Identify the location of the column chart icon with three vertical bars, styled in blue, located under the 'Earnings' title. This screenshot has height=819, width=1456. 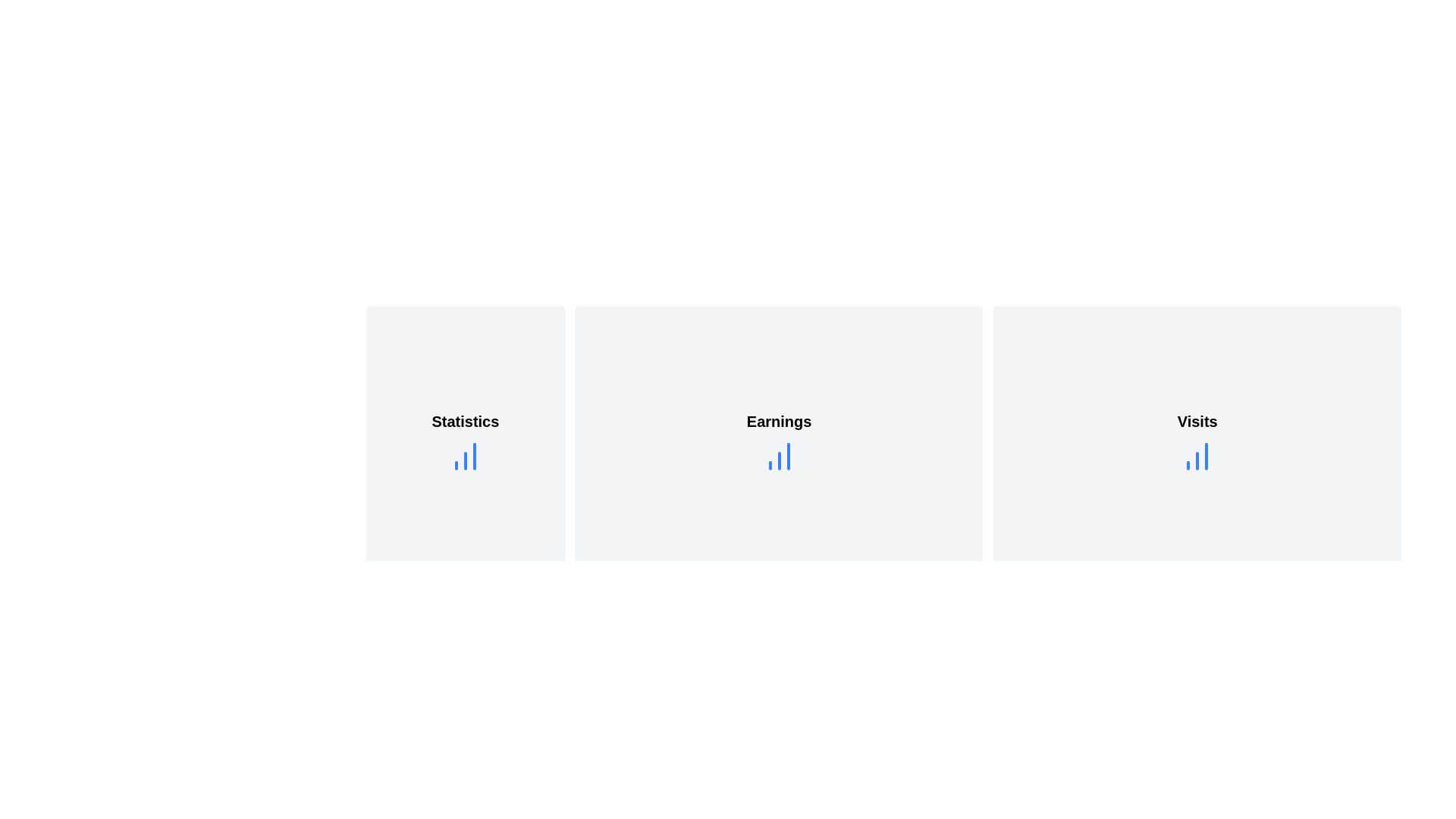
(779, 455).